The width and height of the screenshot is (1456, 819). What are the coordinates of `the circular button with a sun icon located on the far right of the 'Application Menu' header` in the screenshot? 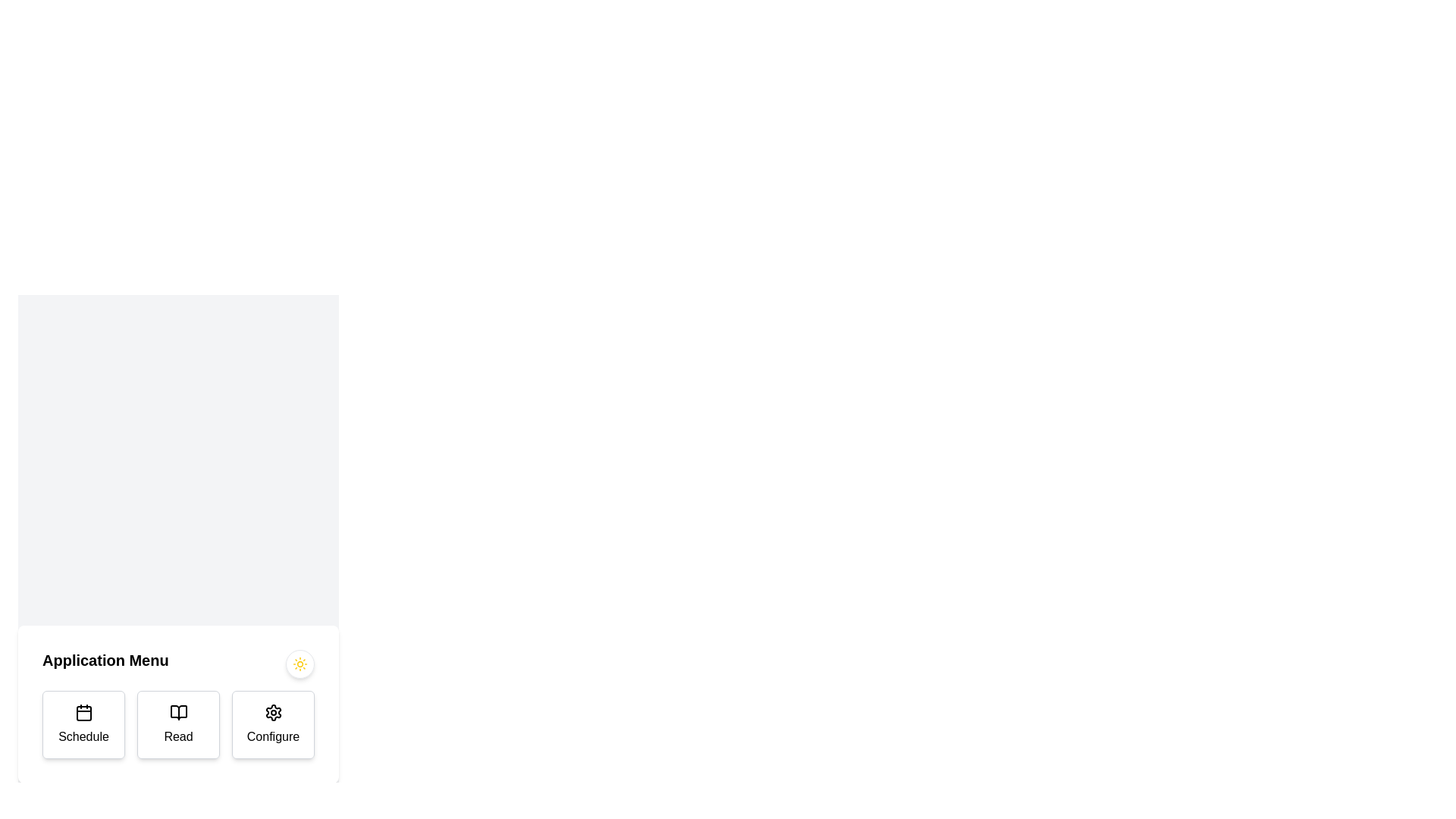 It's located at (300, 663).